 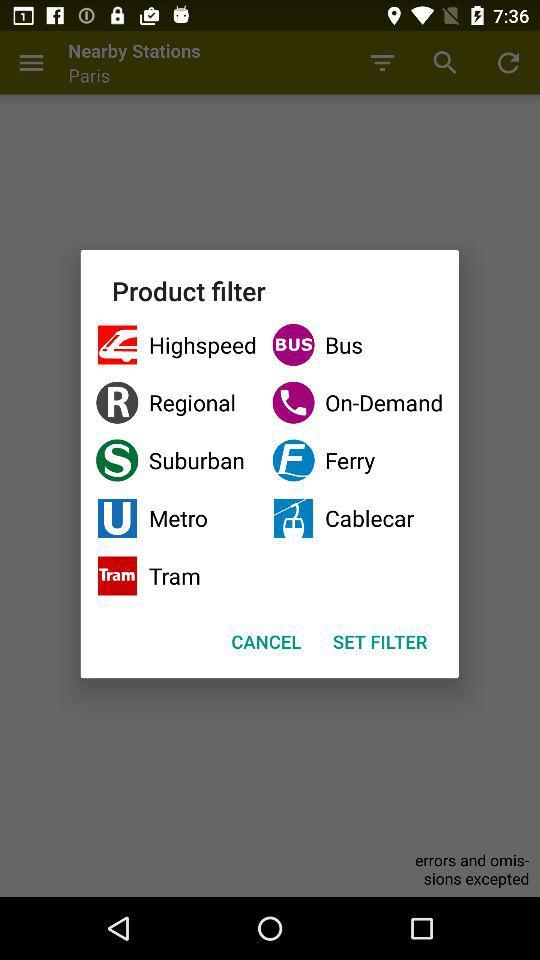 What do you see at coordinates (176, 576) in the screenshot?
I see `item above cancel icon` at bounding box center [176, 576].